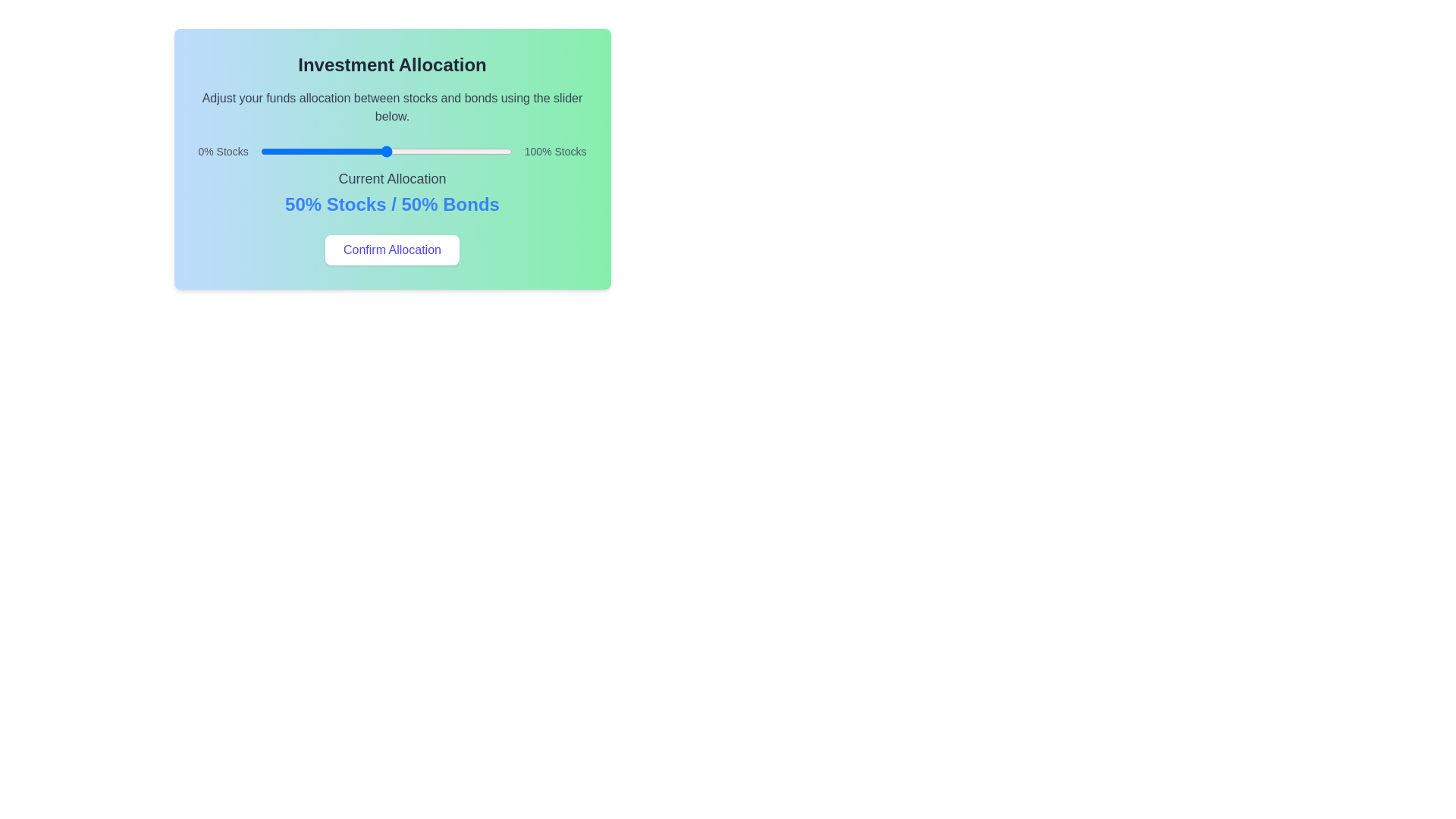 The width and height of the screenshot is (1456, 819). What do you see at coordinates (425, 152) in the screenshot?
I see `the slider to set the investment allocation to 66% of stocks` at bounding box center [425, 152].